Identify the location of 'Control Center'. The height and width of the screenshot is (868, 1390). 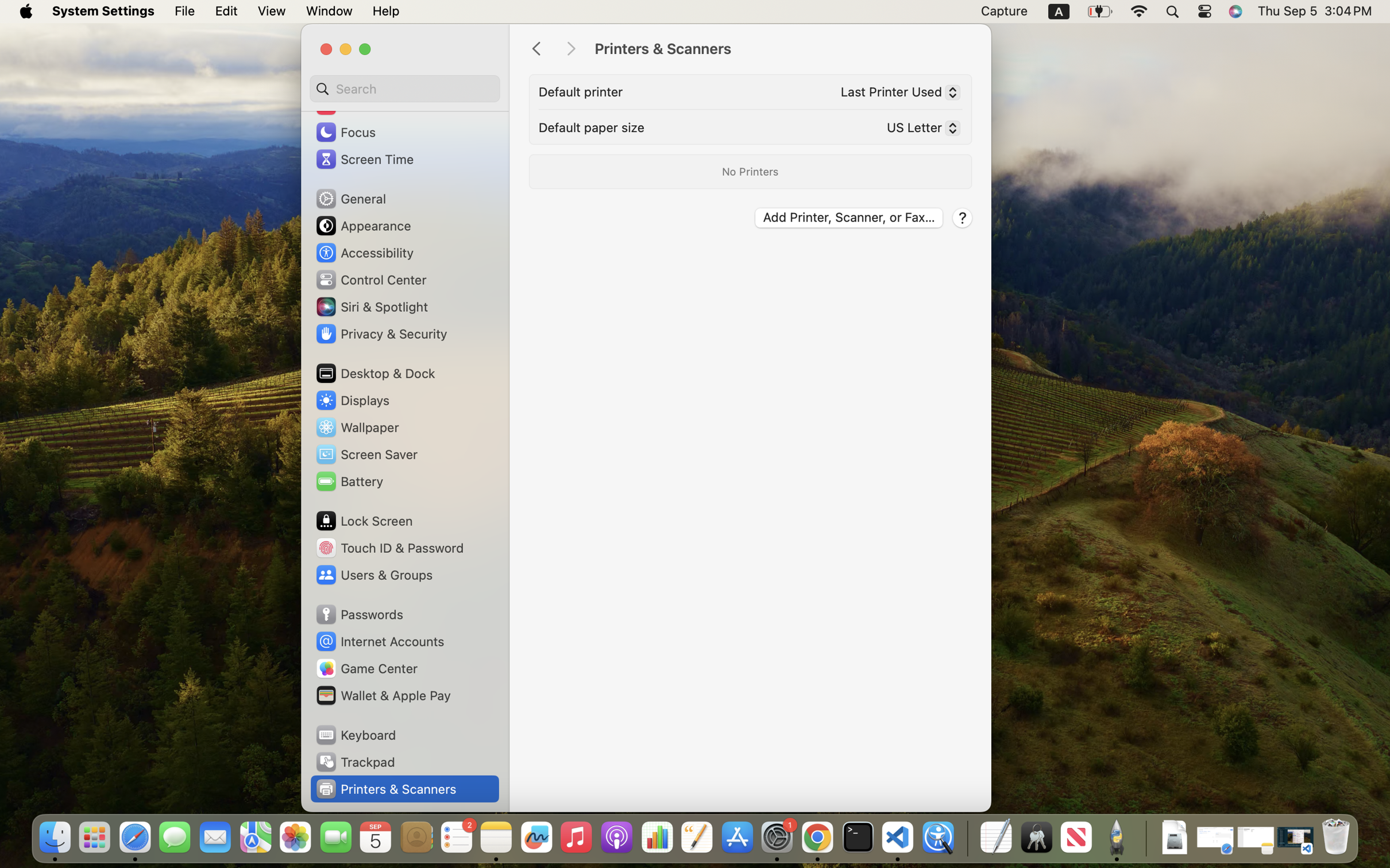
(370, 279).